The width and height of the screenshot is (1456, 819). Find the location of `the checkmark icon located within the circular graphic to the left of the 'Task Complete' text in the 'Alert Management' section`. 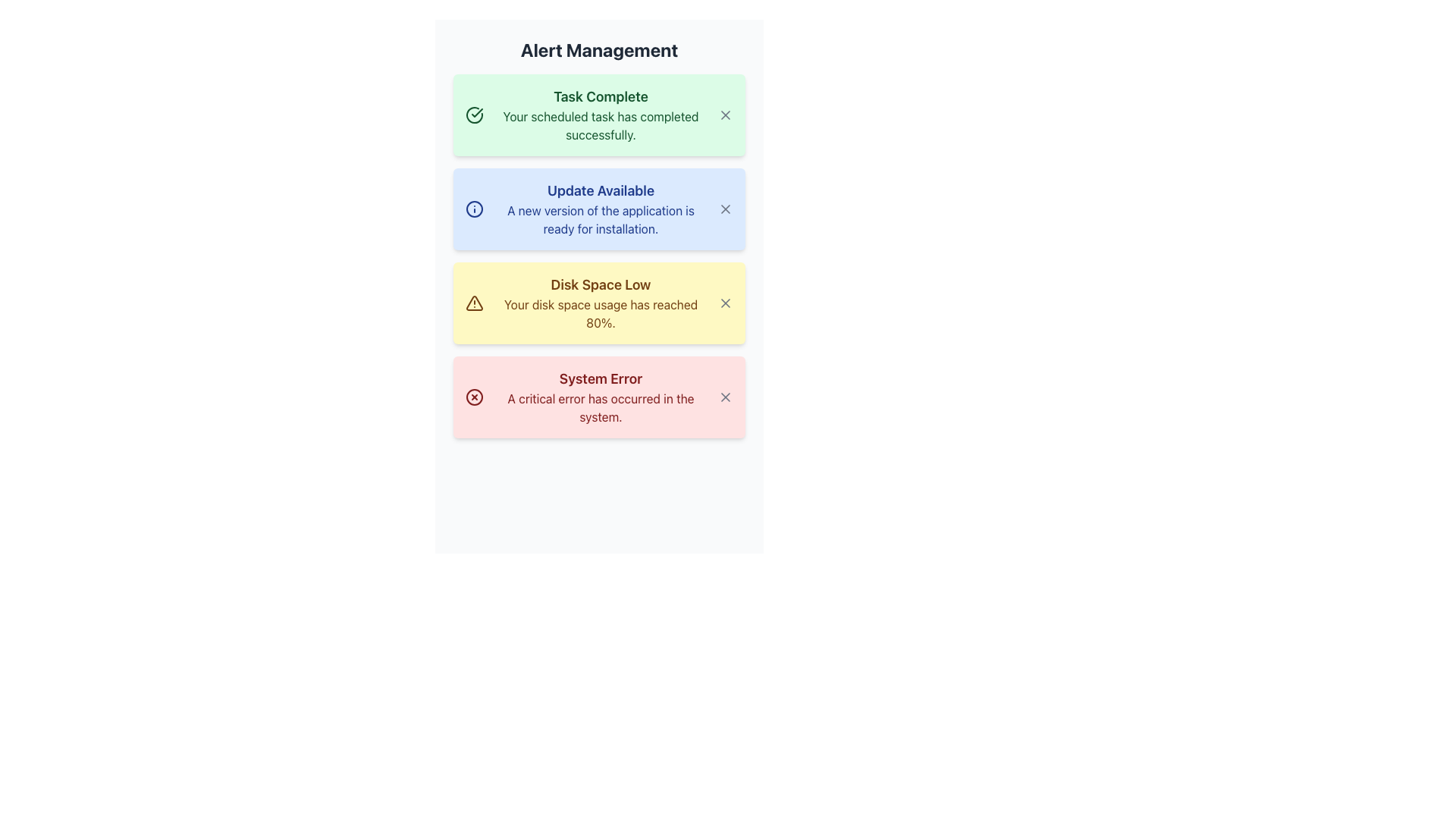

the checkmark icon located within the circular graphic to the left of the 'Task Complete' text in the 'Alert Management' section is located at coordinates (476, 112).